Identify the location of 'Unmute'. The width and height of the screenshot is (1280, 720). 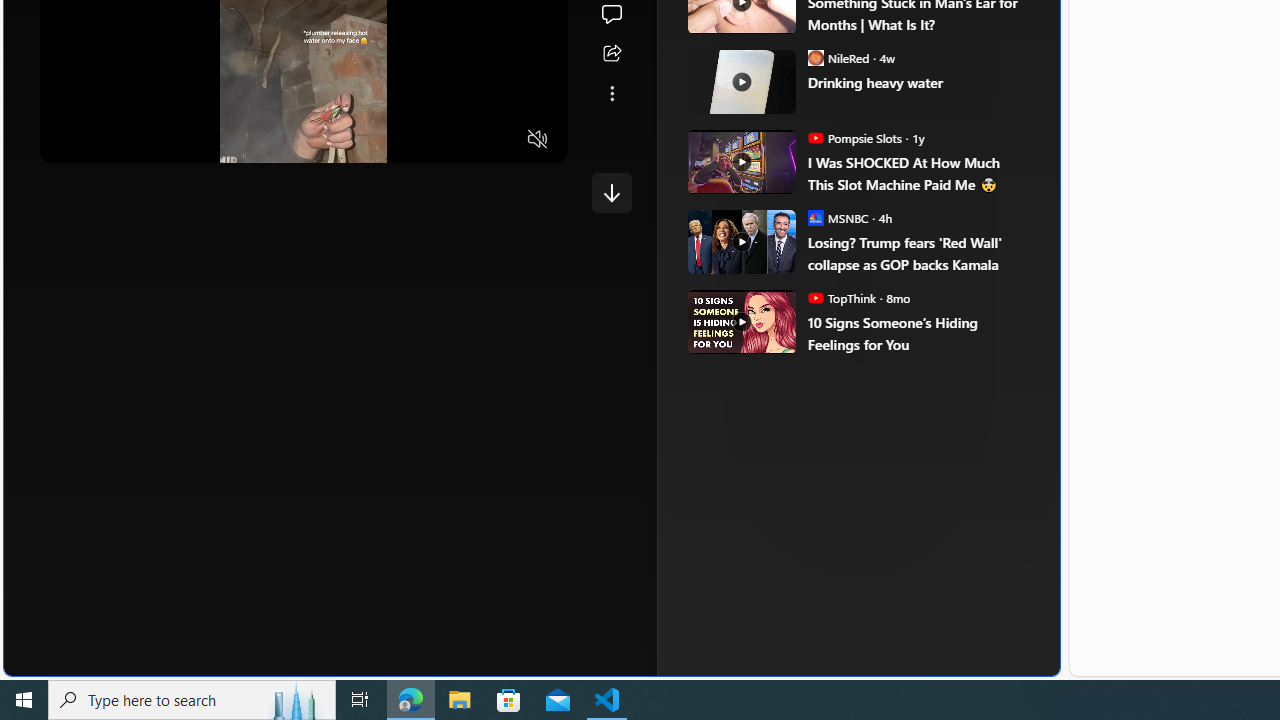
(538, 138).